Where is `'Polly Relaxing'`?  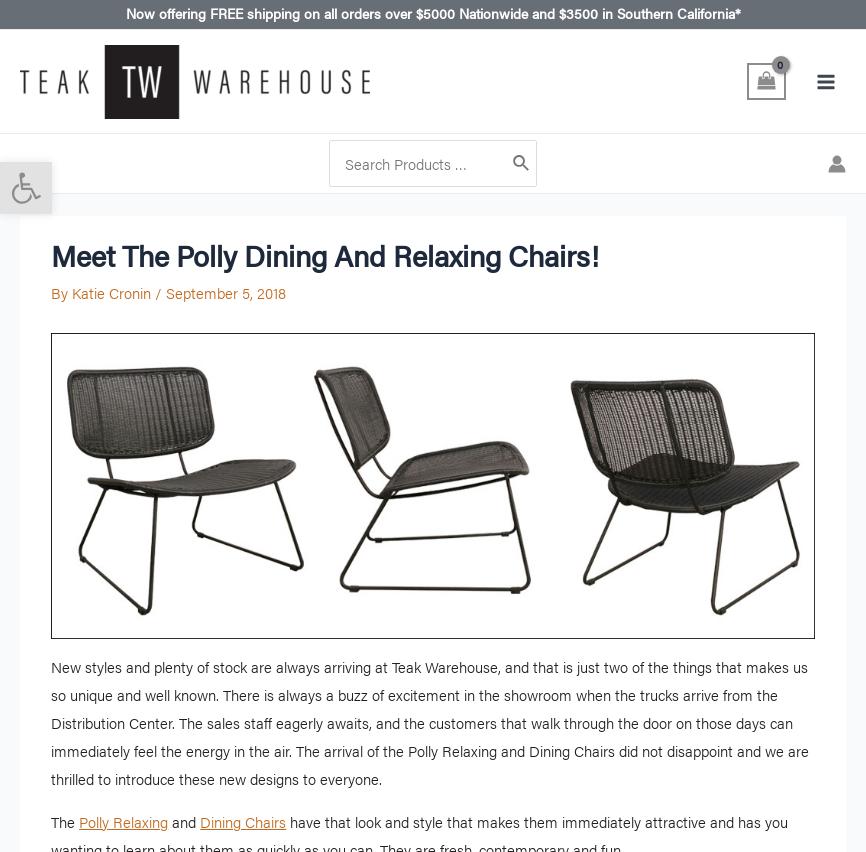 'Polly Relaxing' is located at coordinates (123, 820).